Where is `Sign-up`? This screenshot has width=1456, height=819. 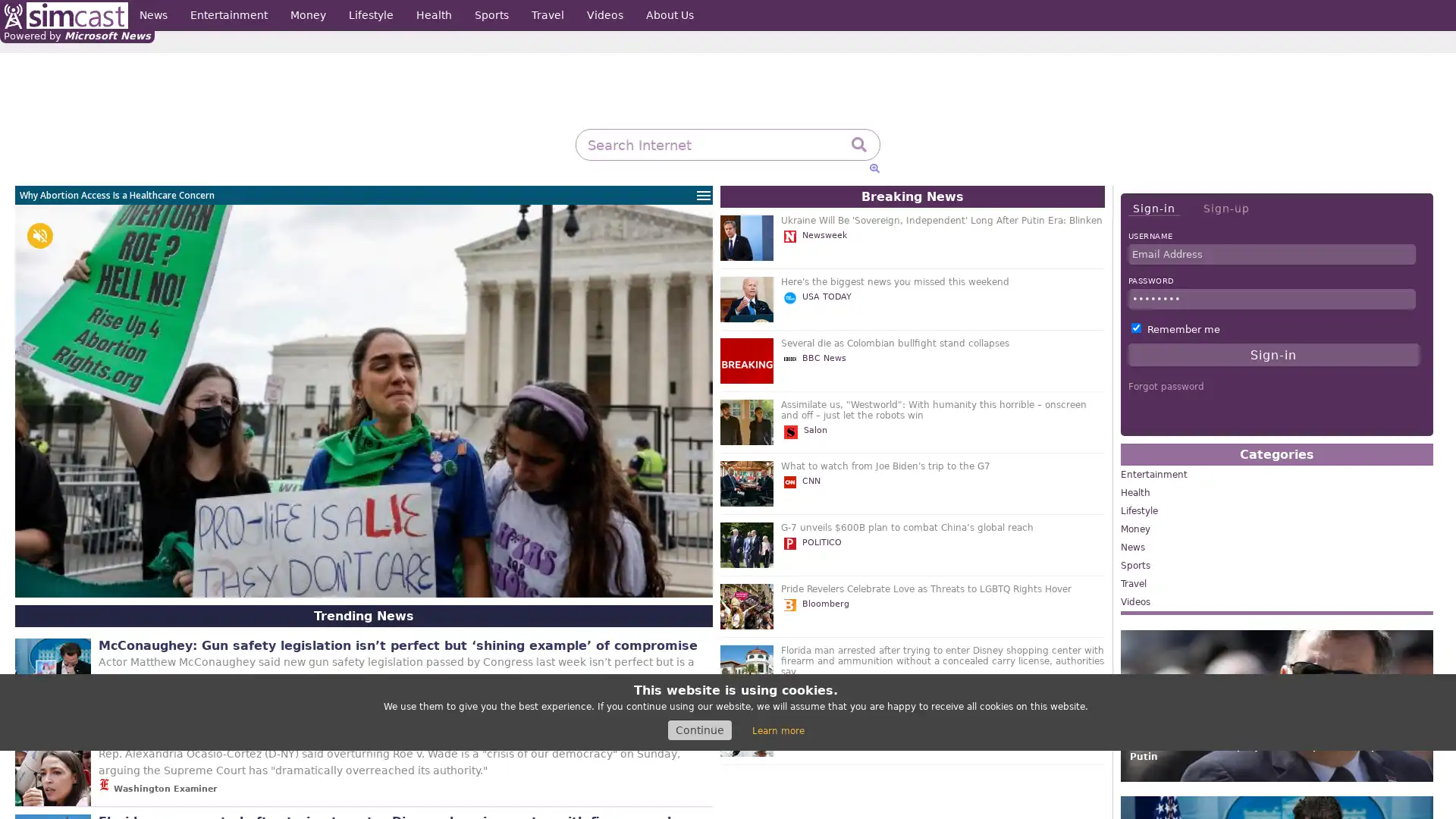
Sign-up is located at coordinates (1225, 208).